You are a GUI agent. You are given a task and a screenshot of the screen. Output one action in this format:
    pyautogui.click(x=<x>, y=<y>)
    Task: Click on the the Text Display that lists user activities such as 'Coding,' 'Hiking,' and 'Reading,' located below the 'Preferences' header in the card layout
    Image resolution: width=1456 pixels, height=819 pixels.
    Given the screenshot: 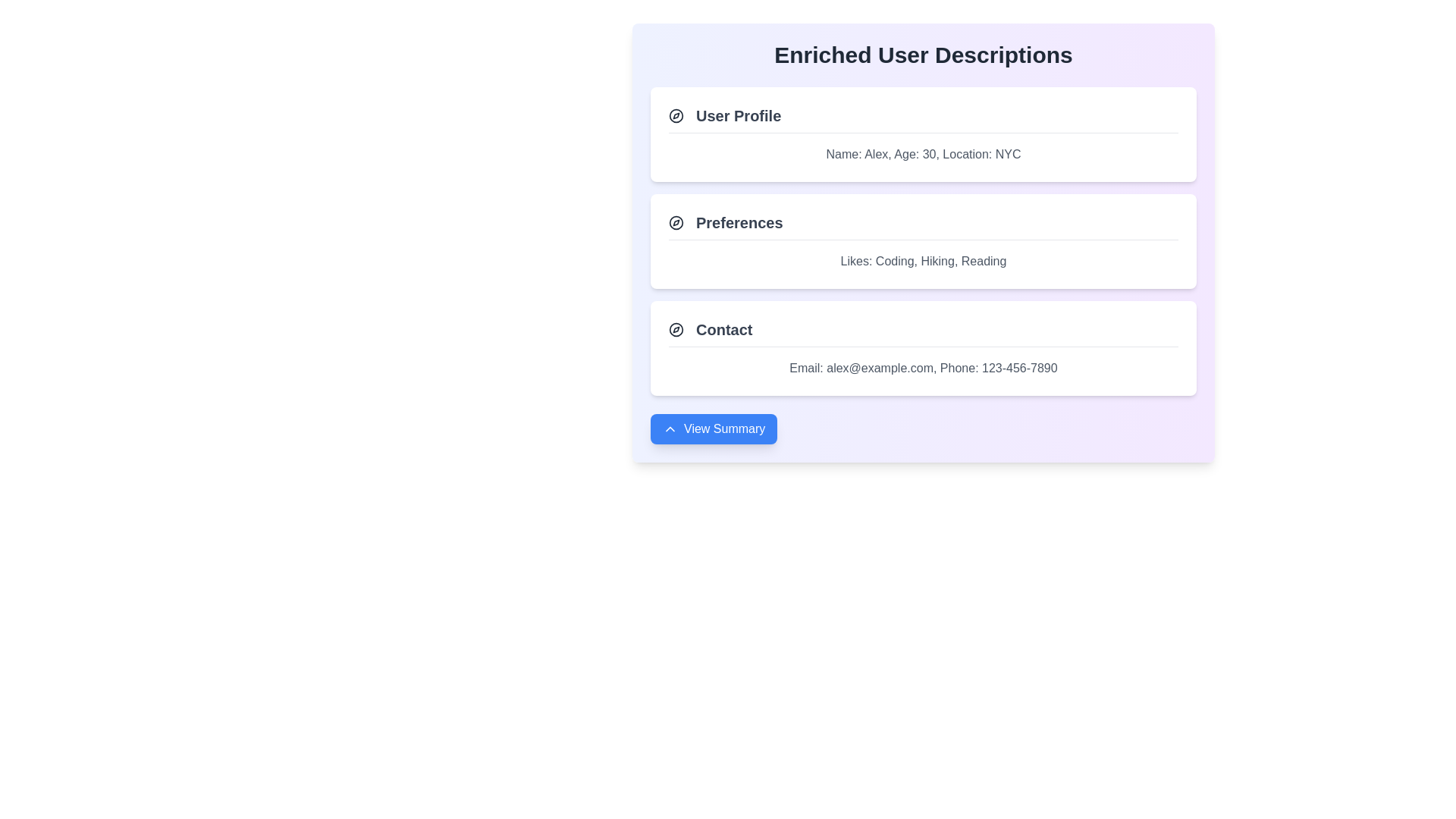 What is the action you would take?
    pyautogui.click(x=923, y=254)
    